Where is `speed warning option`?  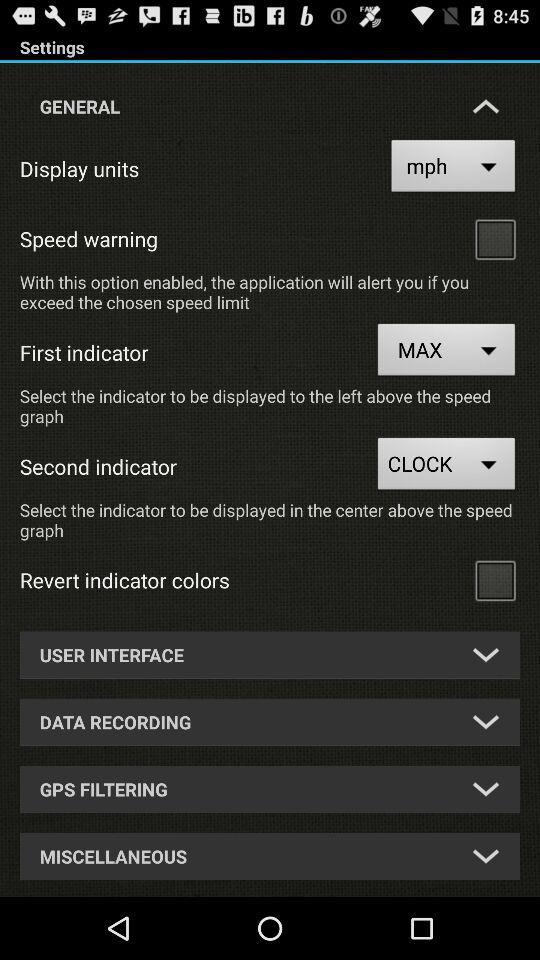 speed warning option is located at coordinates (494, 238).